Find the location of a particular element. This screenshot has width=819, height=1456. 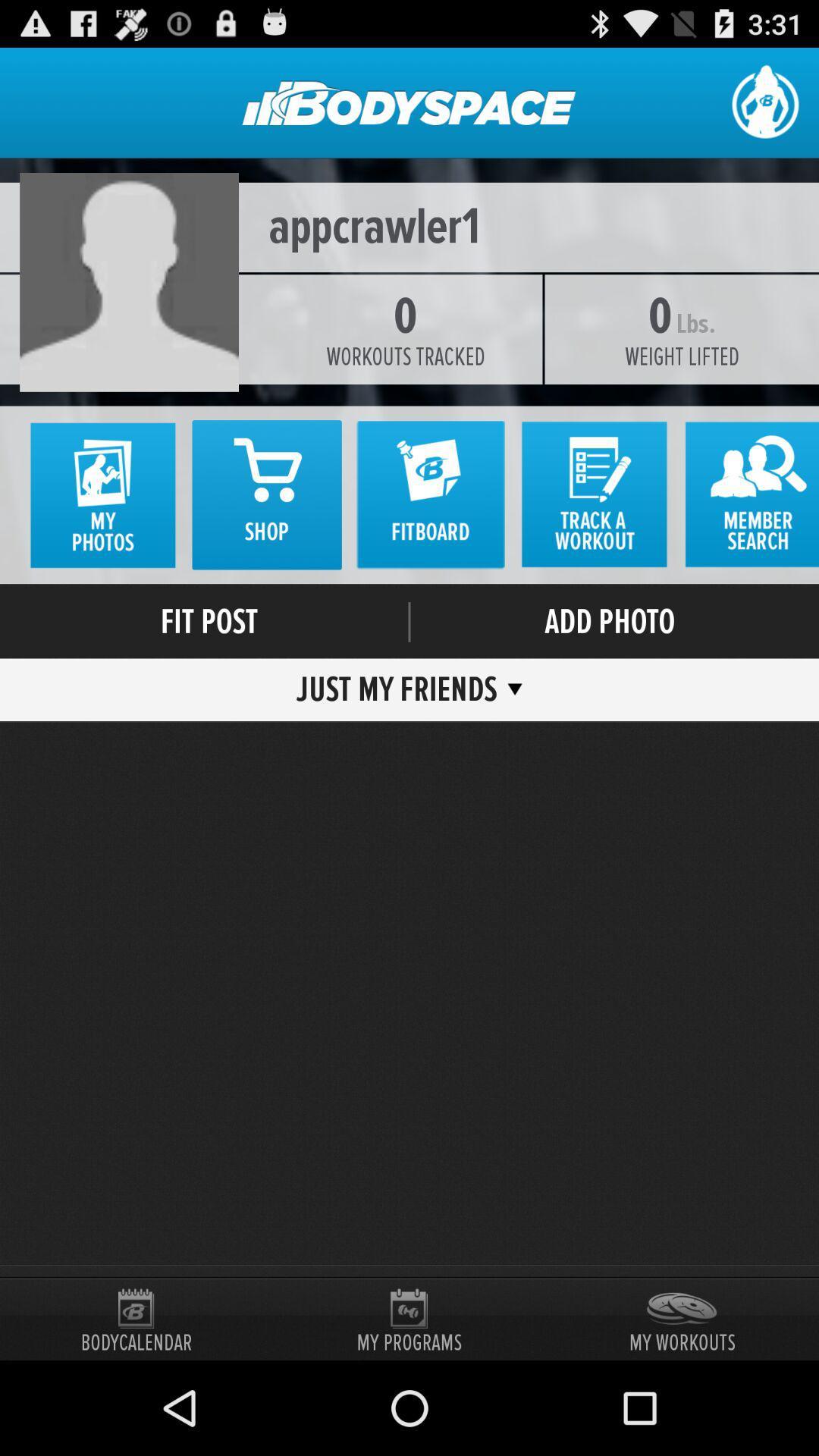

item below lbs. item is located at coordinates (681, 356).